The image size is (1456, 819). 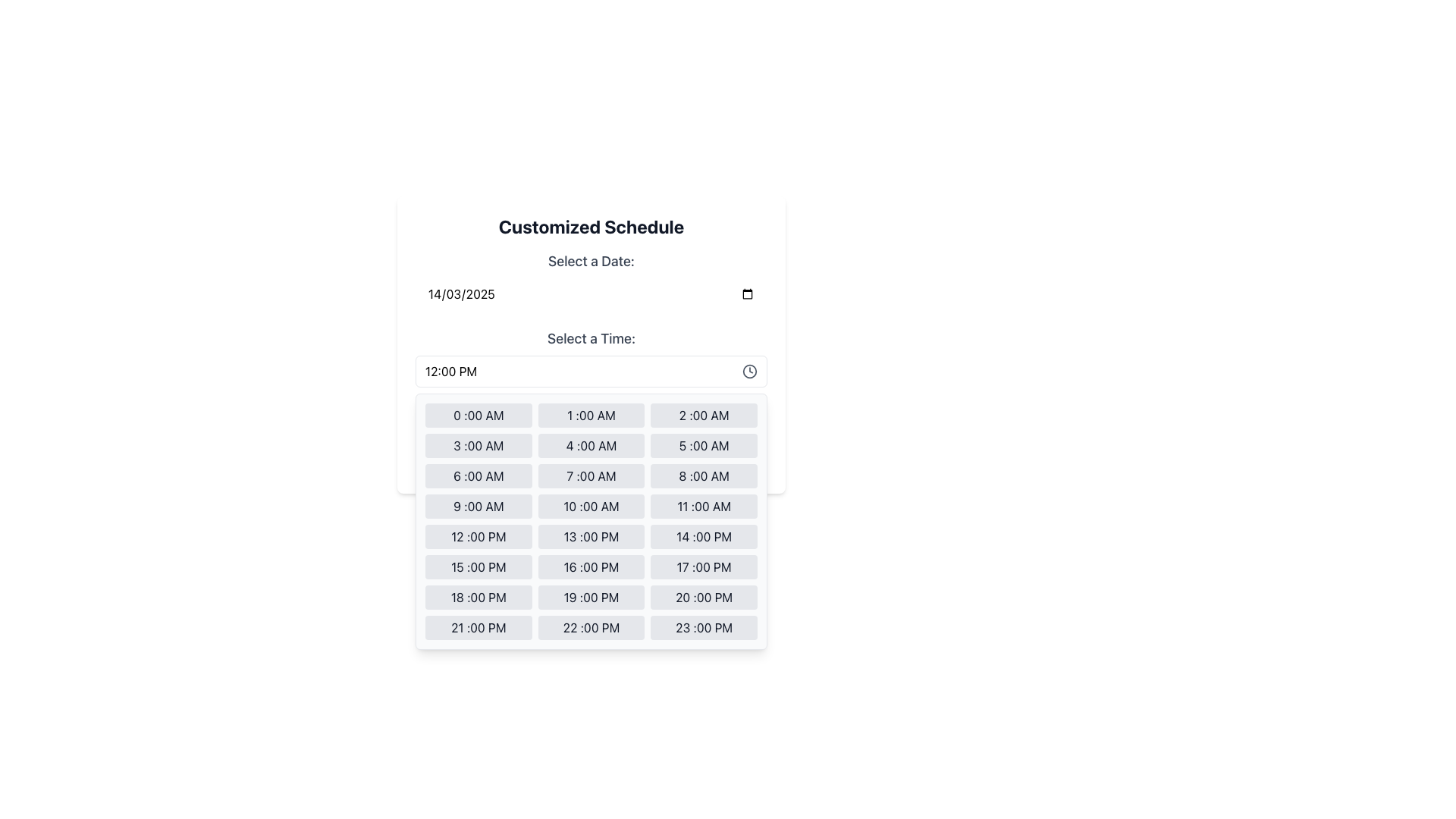 What do you see at coordinates (590, 281) in the screenshot?
I see `the Date Picker Input field labeled 'Select a Date:'` at bounding box center [590, 281].